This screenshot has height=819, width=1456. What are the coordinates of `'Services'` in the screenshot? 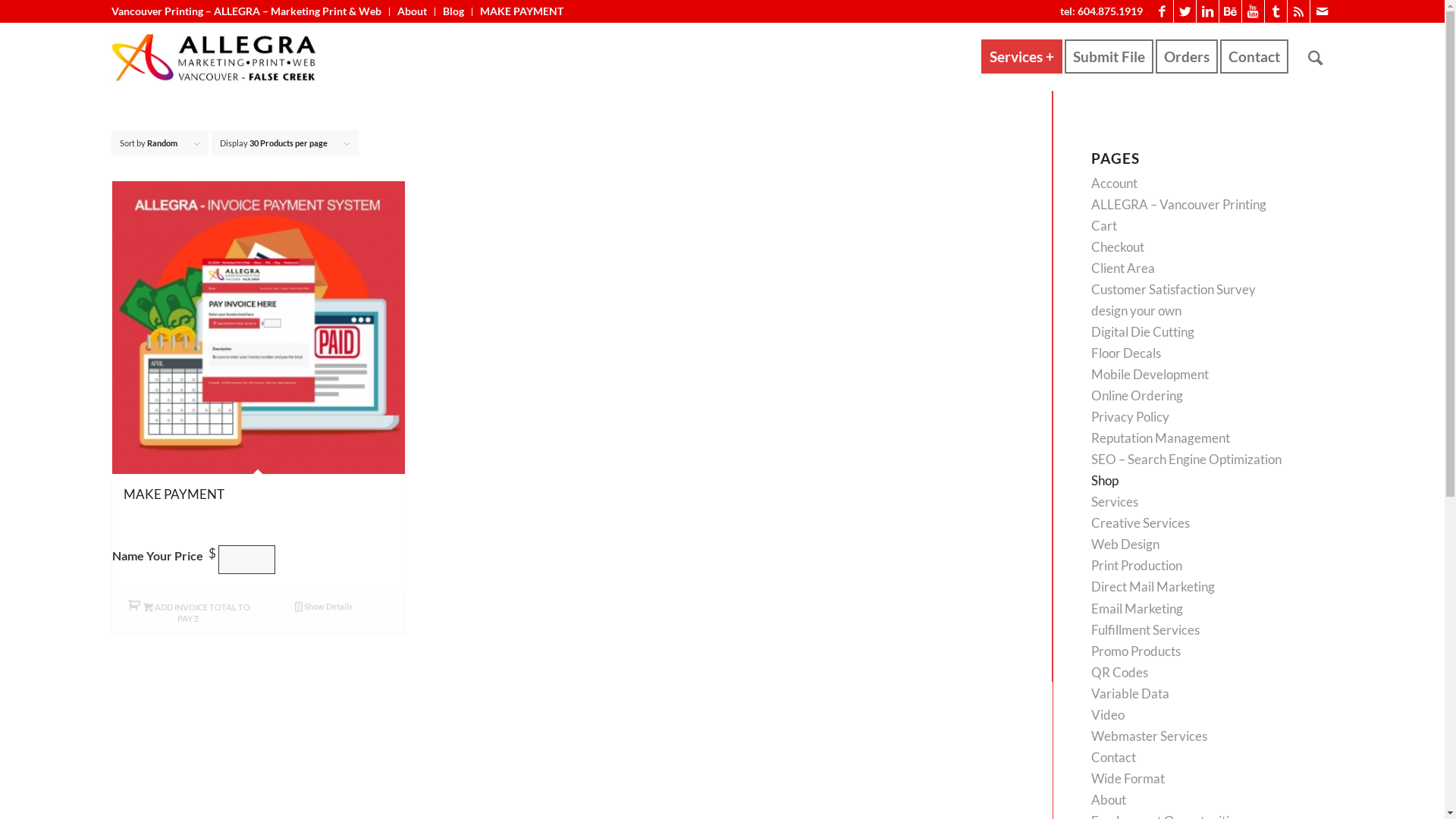 It's located at (1114, 501).